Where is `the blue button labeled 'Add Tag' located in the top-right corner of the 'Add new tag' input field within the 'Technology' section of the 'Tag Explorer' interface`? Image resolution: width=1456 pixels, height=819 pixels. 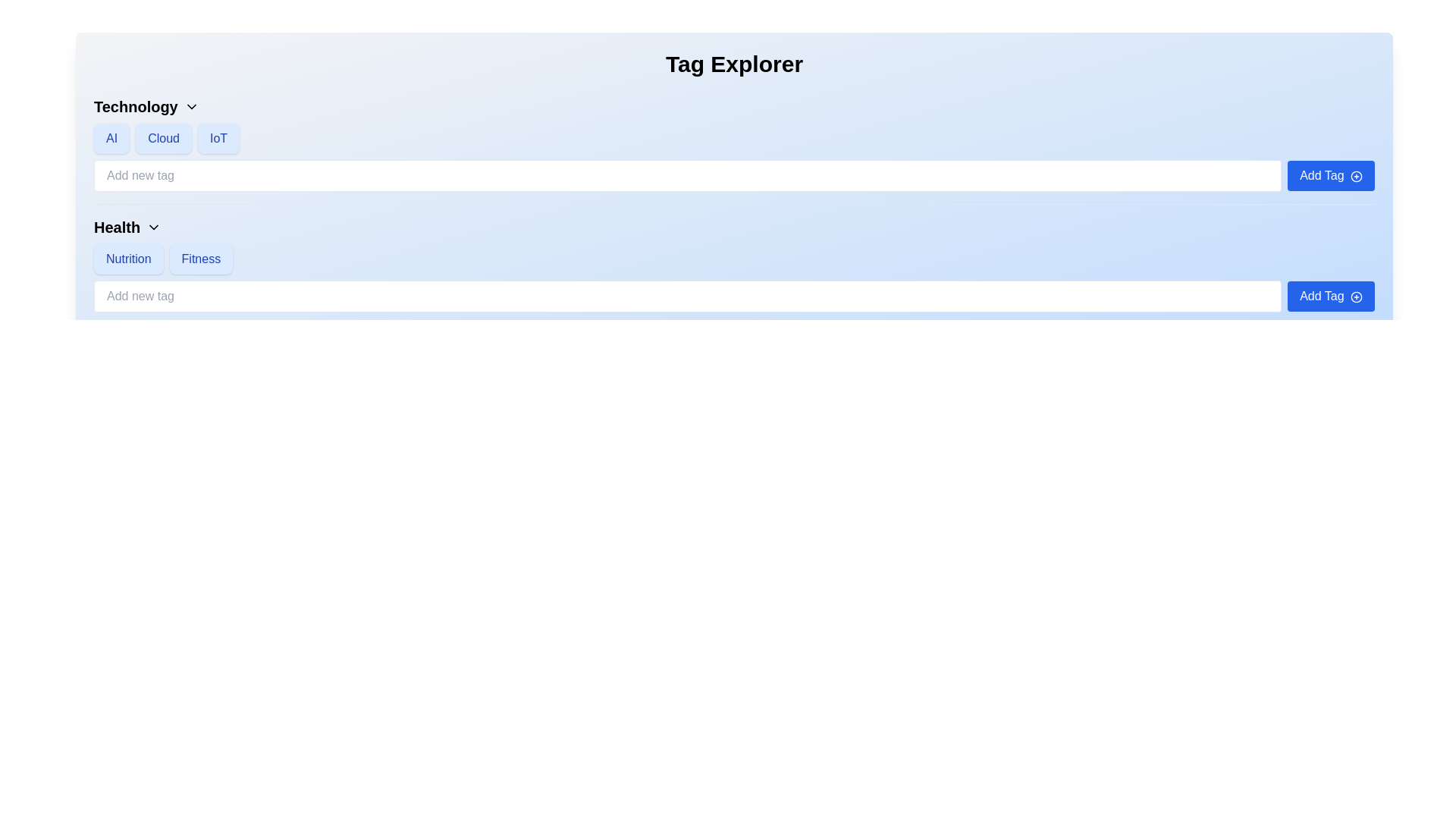
the blue button labeled 'Add Tag' located in the top-right corner of the 'Add new tag' input field within the 'Technology' section of the 'Tag Explorer' interface is located at coordinates (1330, 174).